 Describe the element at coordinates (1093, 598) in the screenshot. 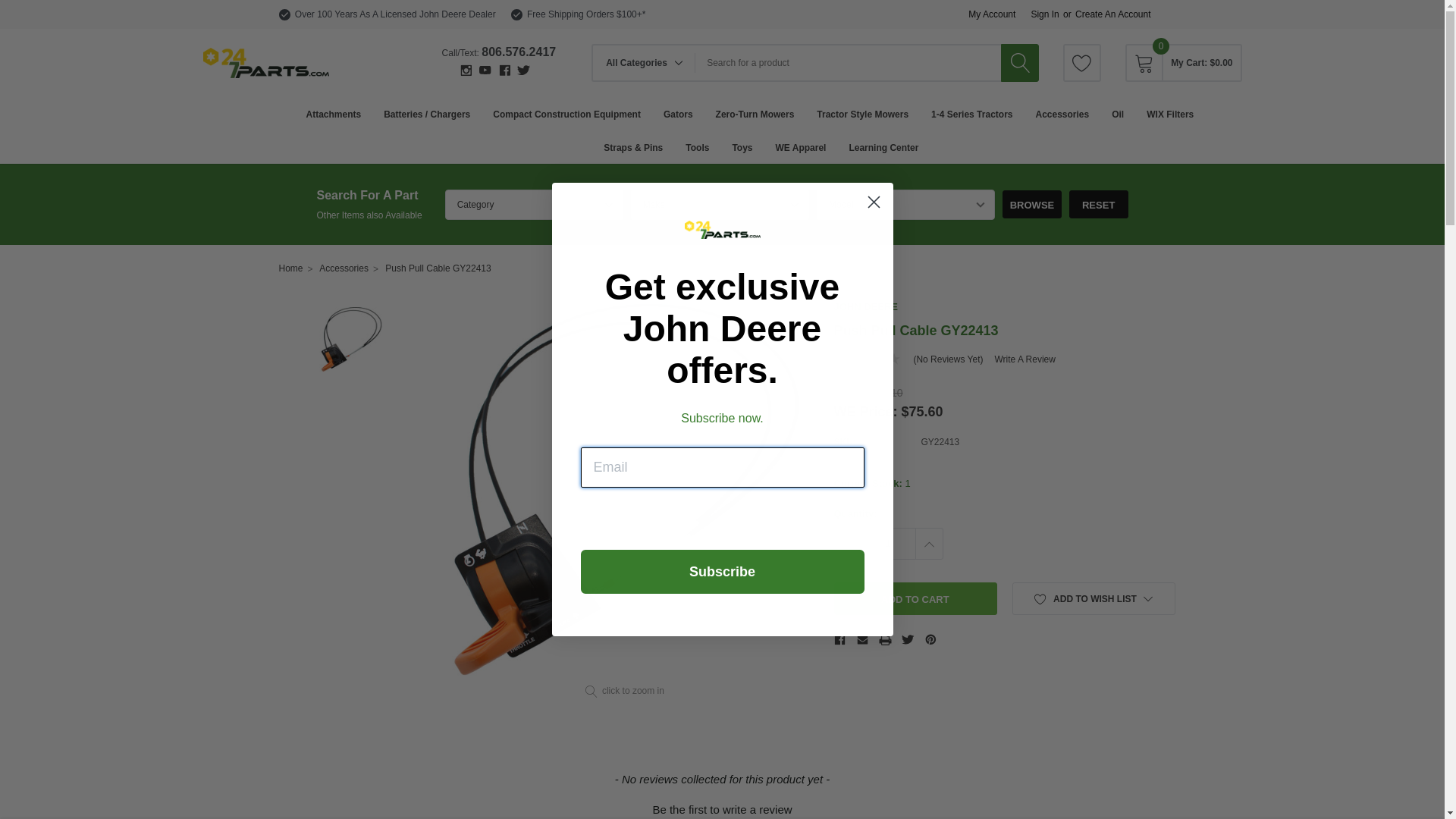

I see `'ADD TO WISH LIST'` at that location.